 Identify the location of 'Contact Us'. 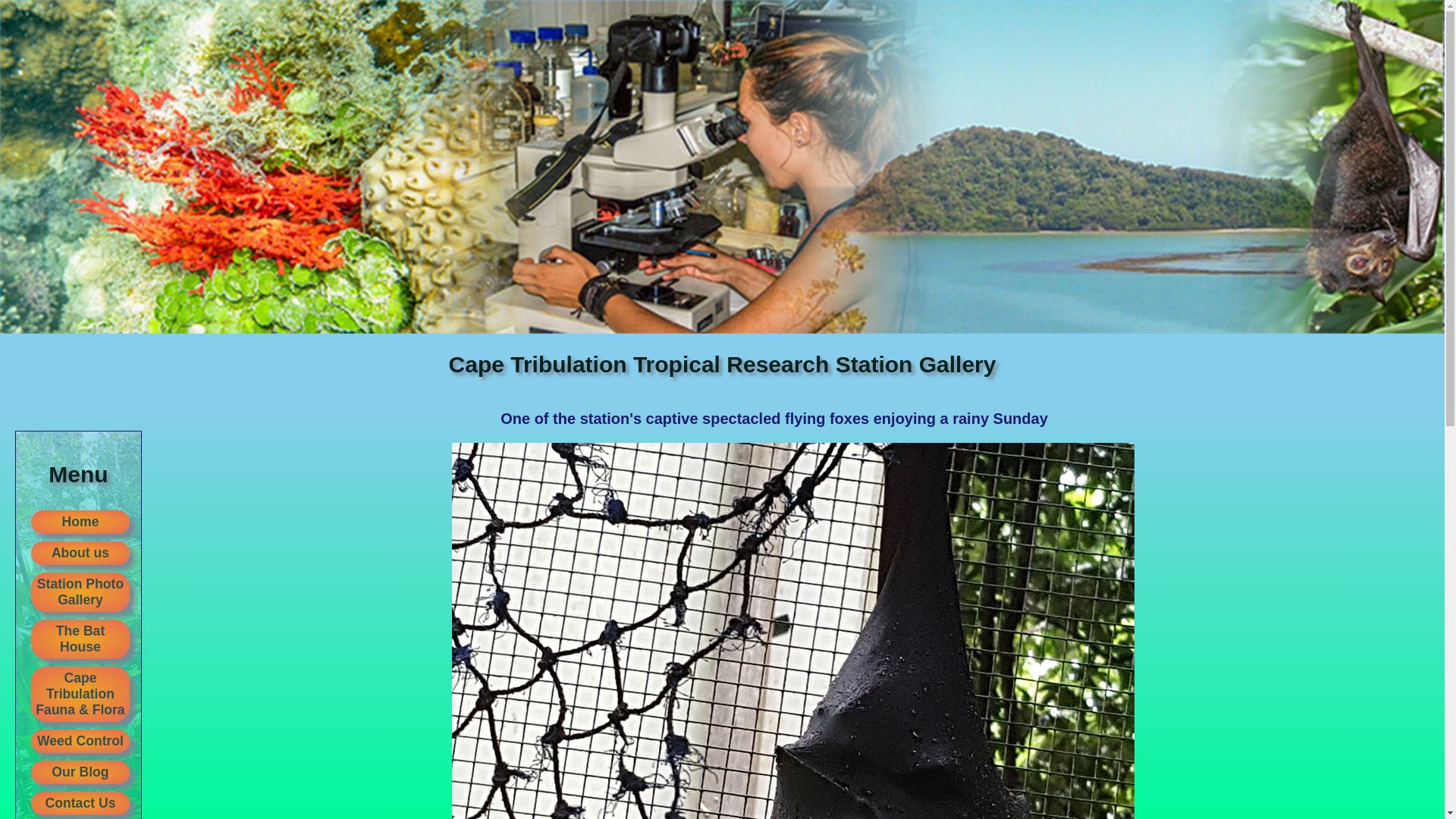
(79, 802).